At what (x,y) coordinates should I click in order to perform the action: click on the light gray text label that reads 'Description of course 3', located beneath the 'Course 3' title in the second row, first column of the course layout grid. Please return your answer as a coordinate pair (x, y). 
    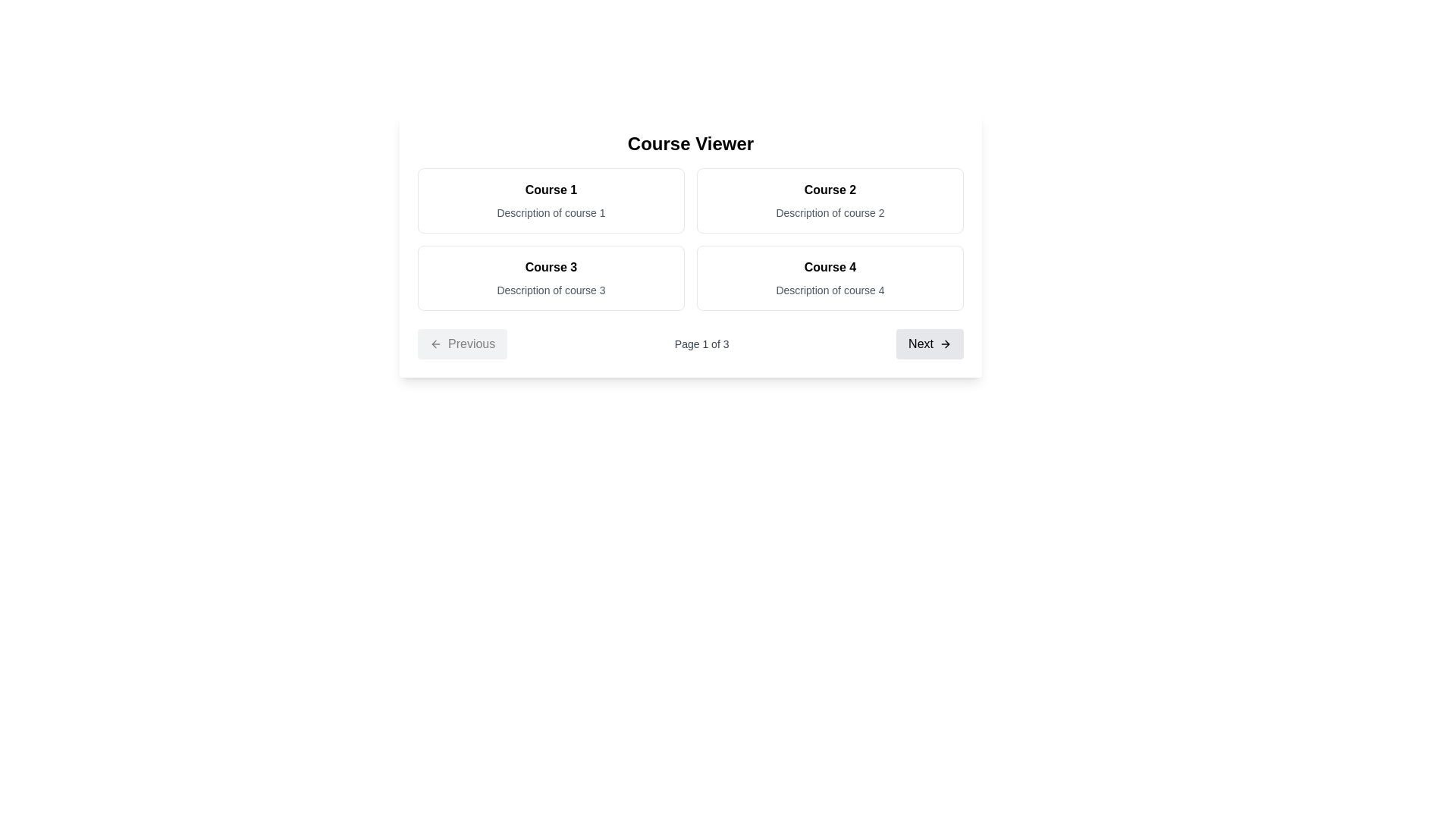
    Looking at the image, I should click on (550, 290).